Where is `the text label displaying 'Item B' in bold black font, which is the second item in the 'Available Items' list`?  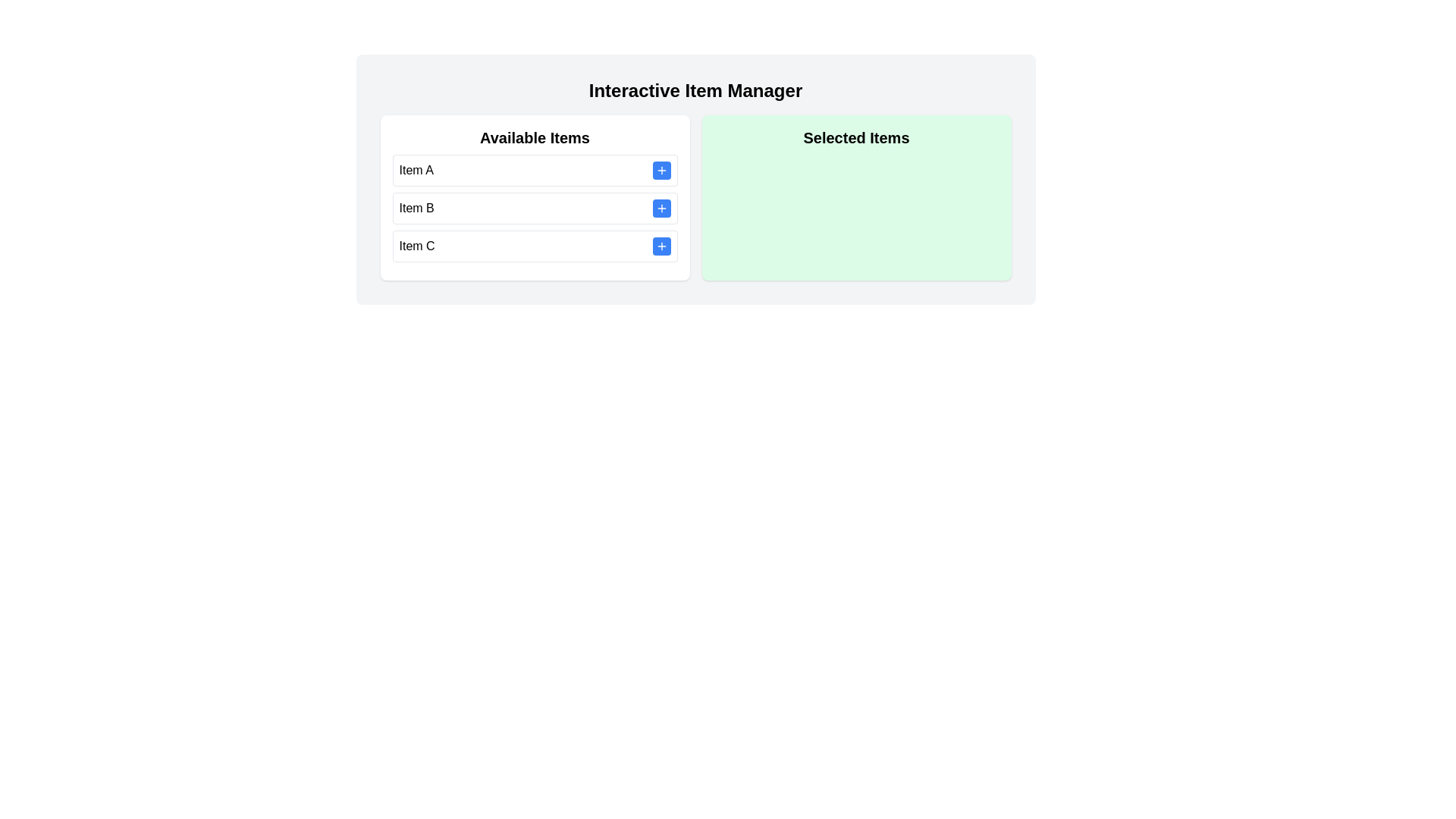 the text label displaying 'Item B' in bold black font, which is the second item in the 'Available Items' list is located at coordinates (416, 208).